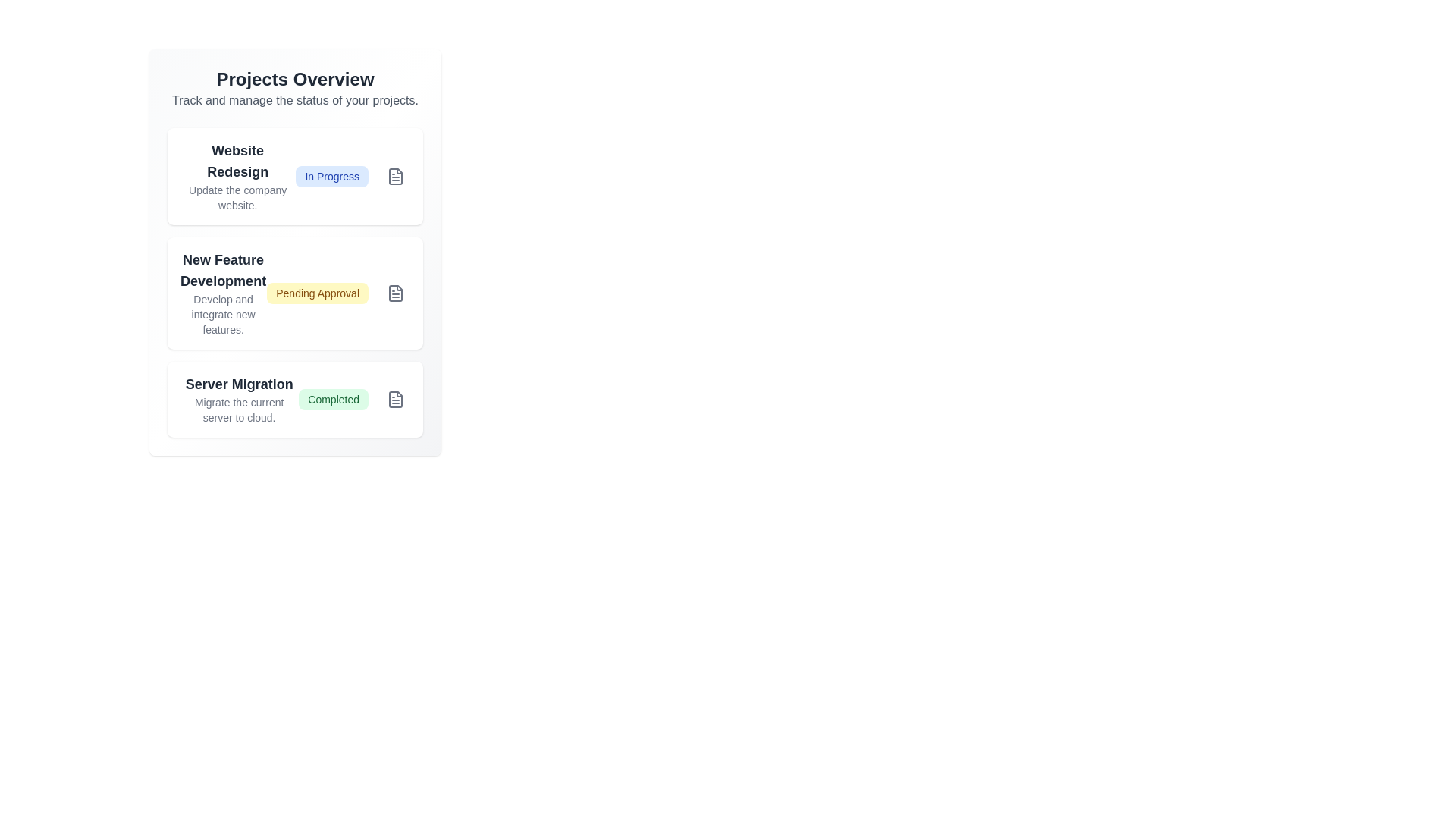 Image resolution: width=1456 pixels, height=819 pixels. Describe the element at coordinates (396, 399) in the screenshot. I see `the icon button associated with the project named Server Migration` at that location.